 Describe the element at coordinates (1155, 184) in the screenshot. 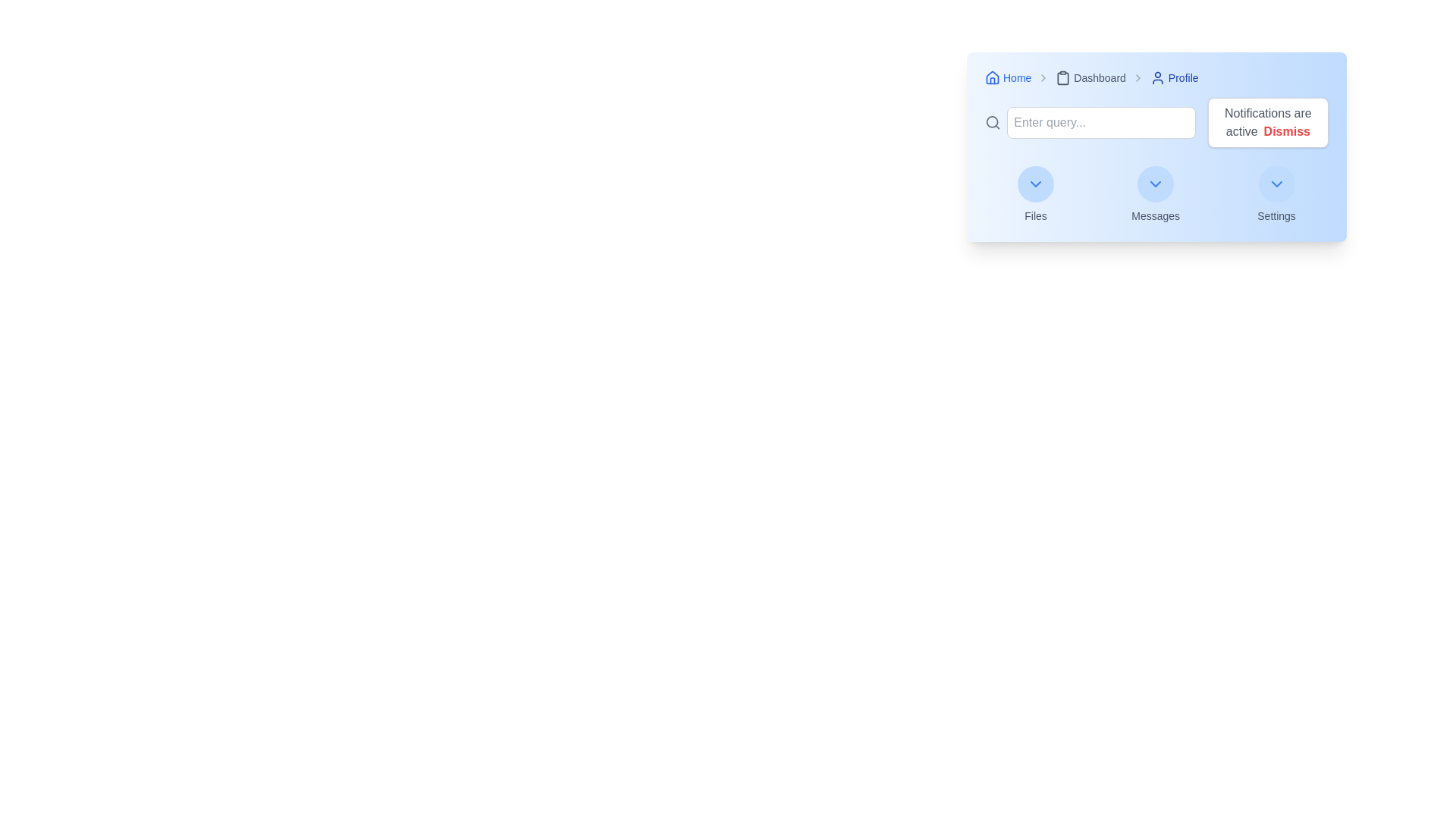

I see `the downward-pointing chevron icon with a blue stroke color, located within the circular 'Messages' button` at that location.